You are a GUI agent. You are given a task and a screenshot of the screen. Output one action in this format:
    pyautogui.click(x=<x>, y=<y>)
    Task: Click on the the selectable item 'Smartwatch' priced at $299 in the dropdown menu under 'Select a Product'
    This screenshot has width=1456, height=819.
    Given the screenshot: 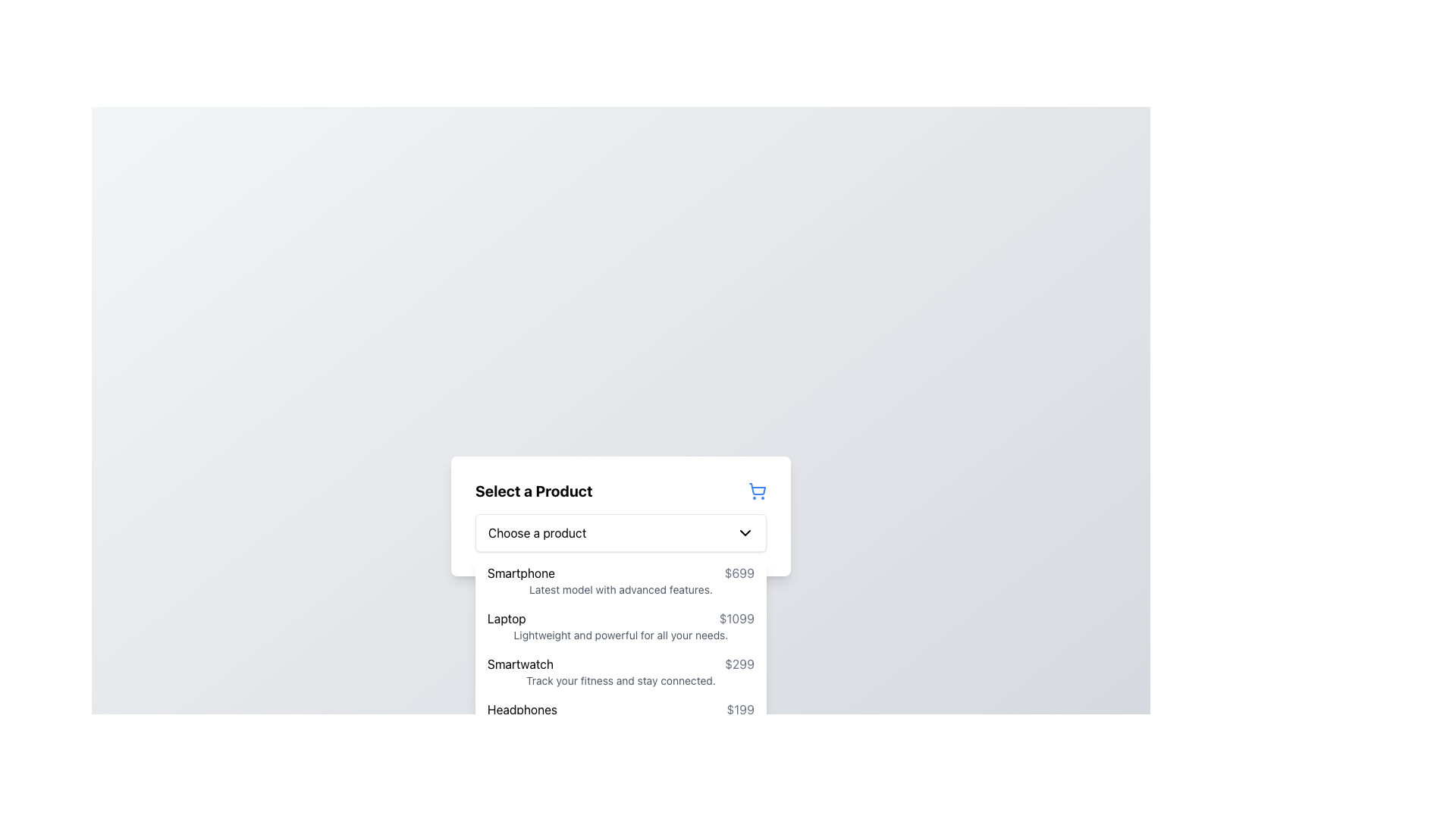 What is the action you would take?
    pyautogui.click(x=621, y=663)
    